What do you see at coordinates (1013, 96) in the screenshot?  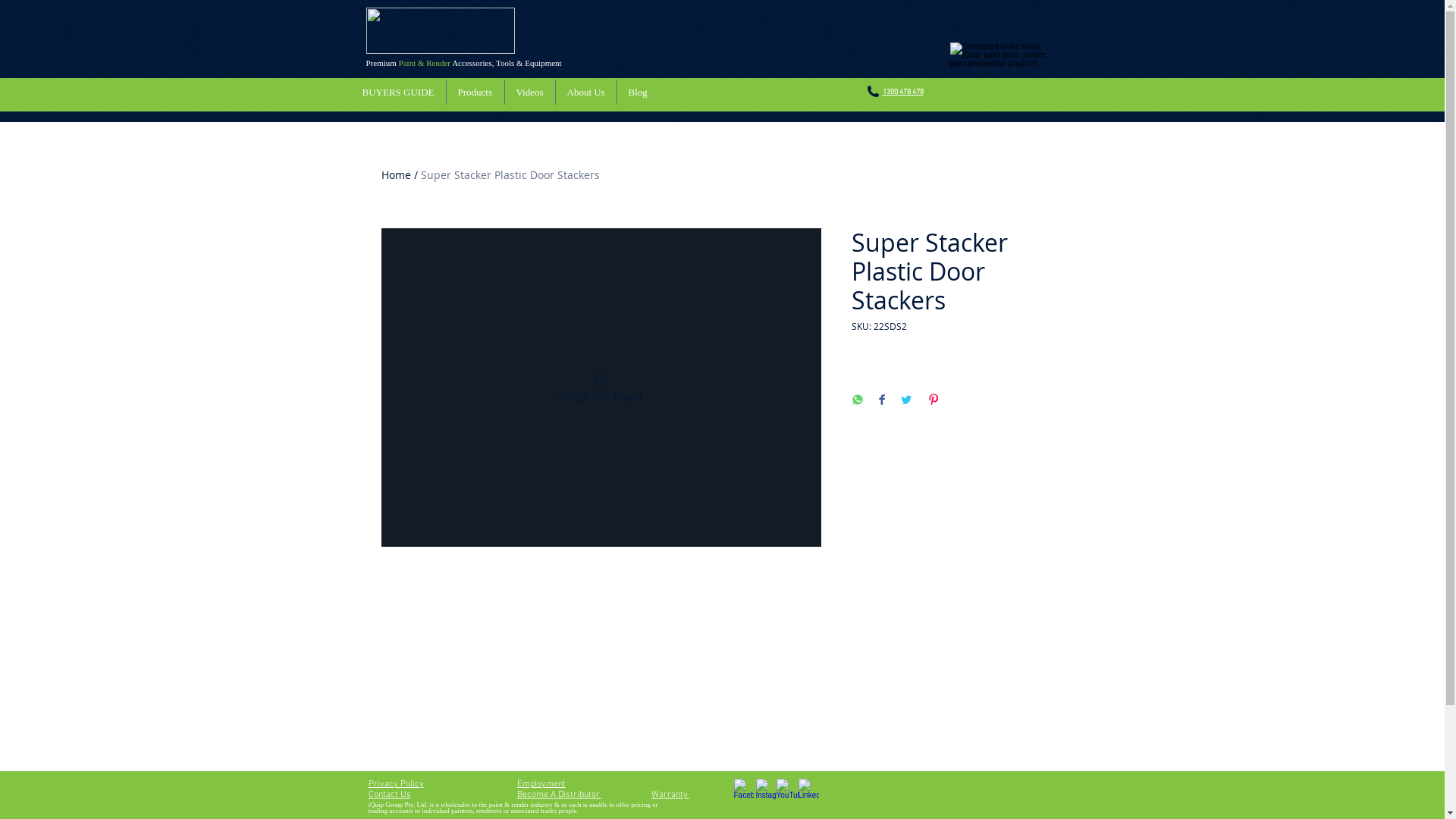 I see `'Site Search'` at bounding box center [1013, 96].